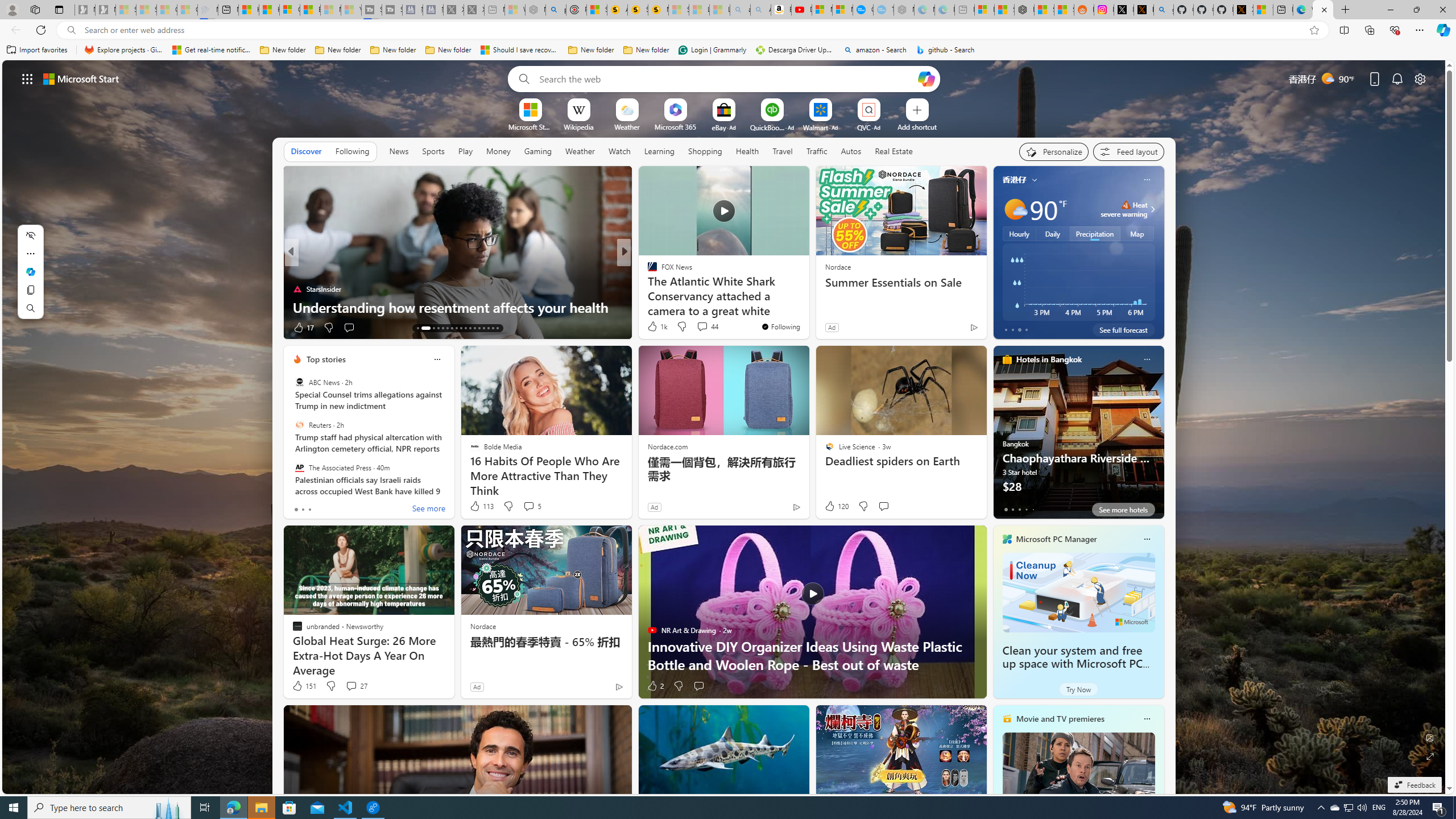 The height and width of the screenshot is (819, 1456). I want to click on 'Learning', so click(658, 150).